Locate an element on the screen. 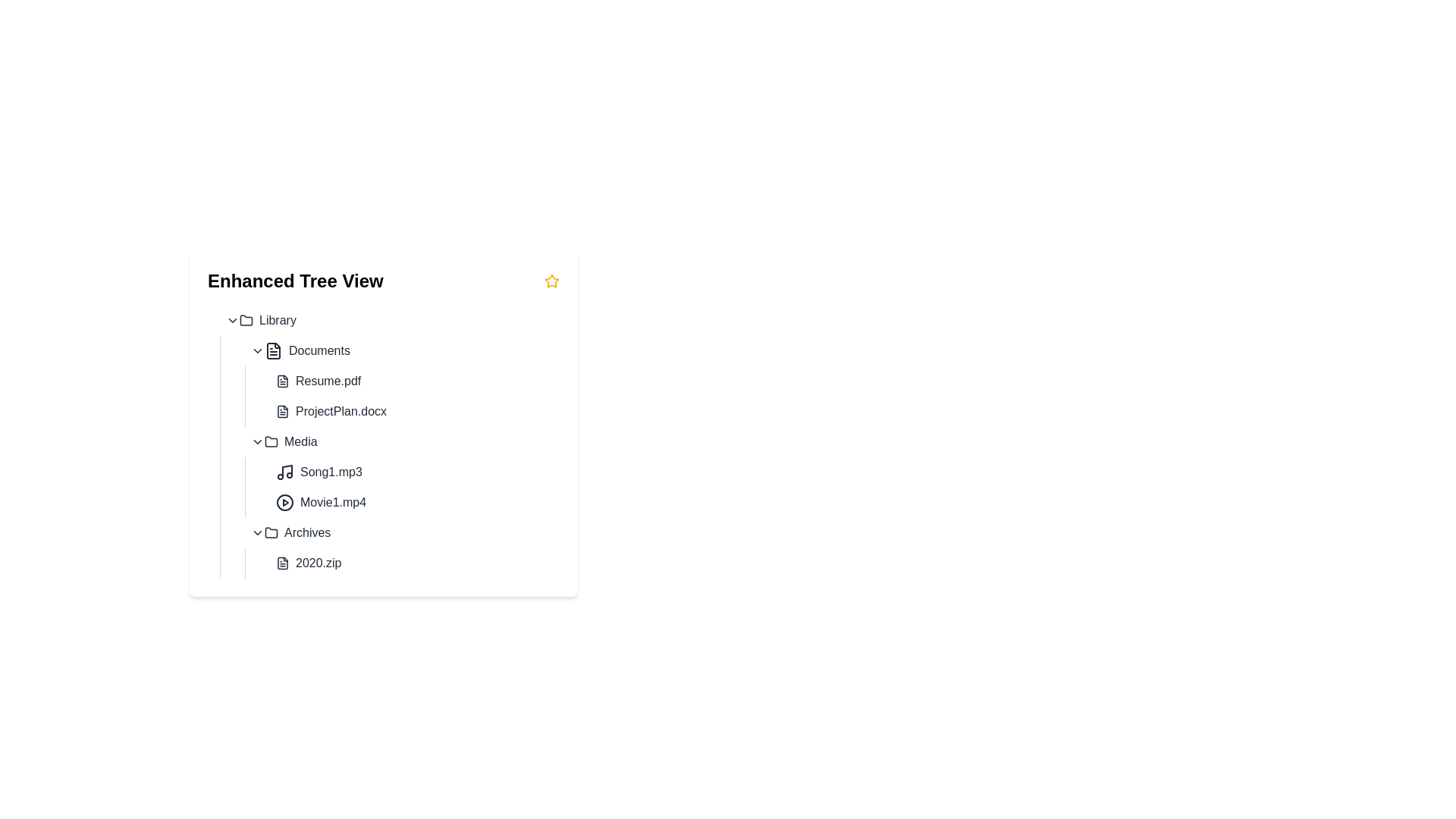 The width and height of the screenshot is (1456, 819). the chevron icon that toggles the 'Library' section is located at coordinates (232, 320).